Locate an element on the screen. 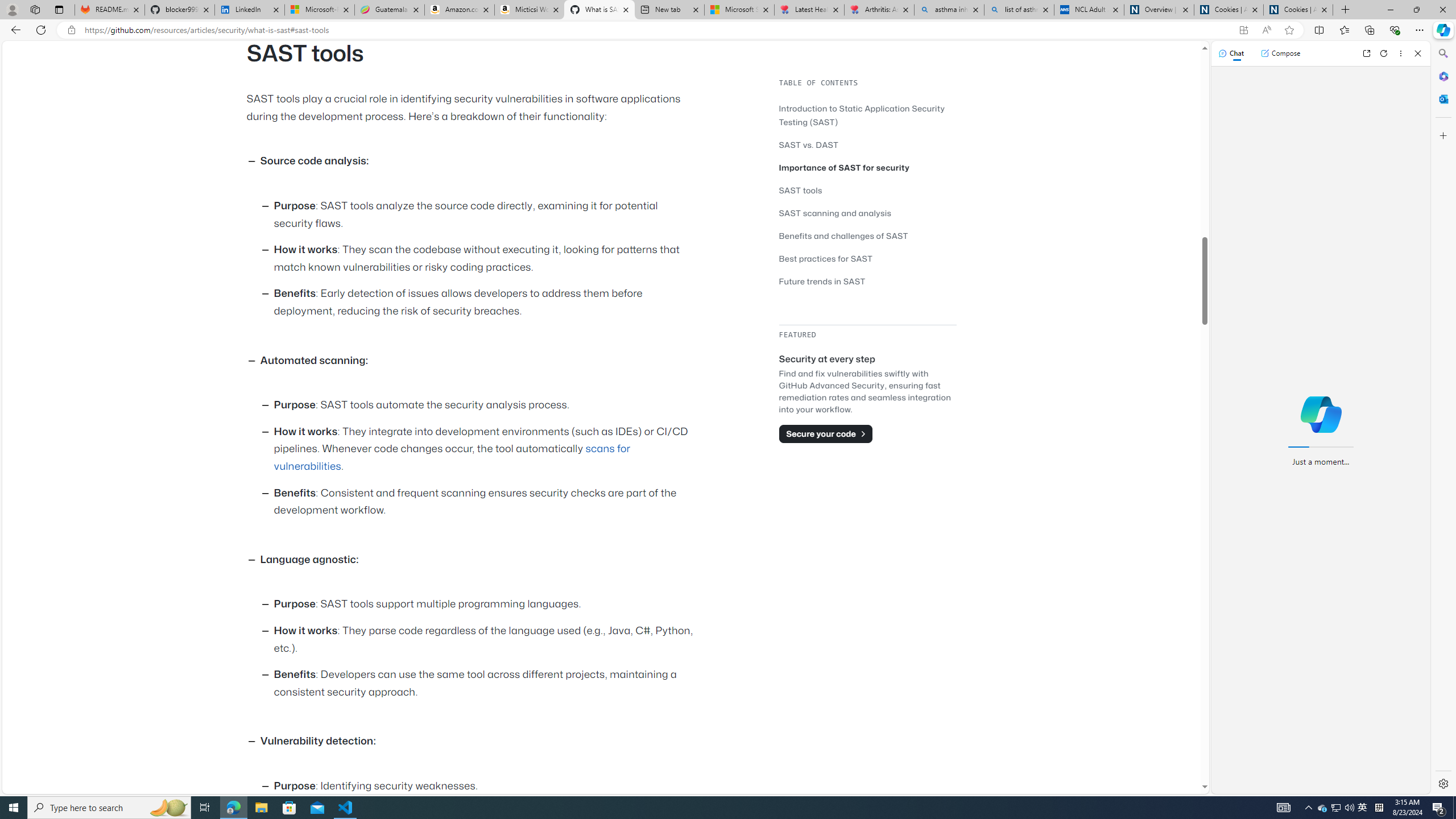 This screenshot has width=1456, height=819. 'Cookies | About | NICE' is located at coordinates (1298, 9).